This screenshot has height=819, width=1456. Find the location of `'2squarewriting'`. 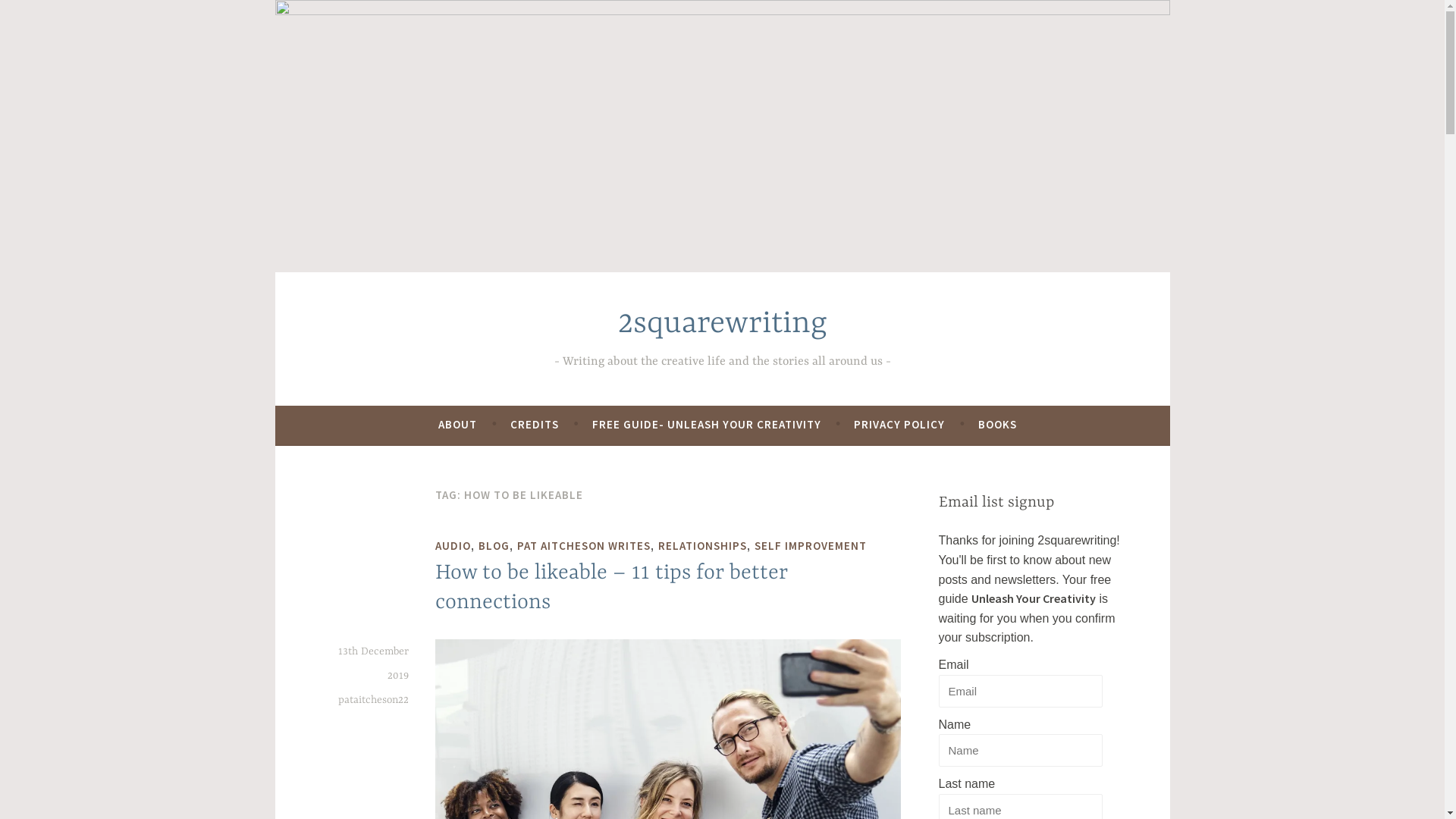

'2squarewriting' is located at coordinates (720, 323).